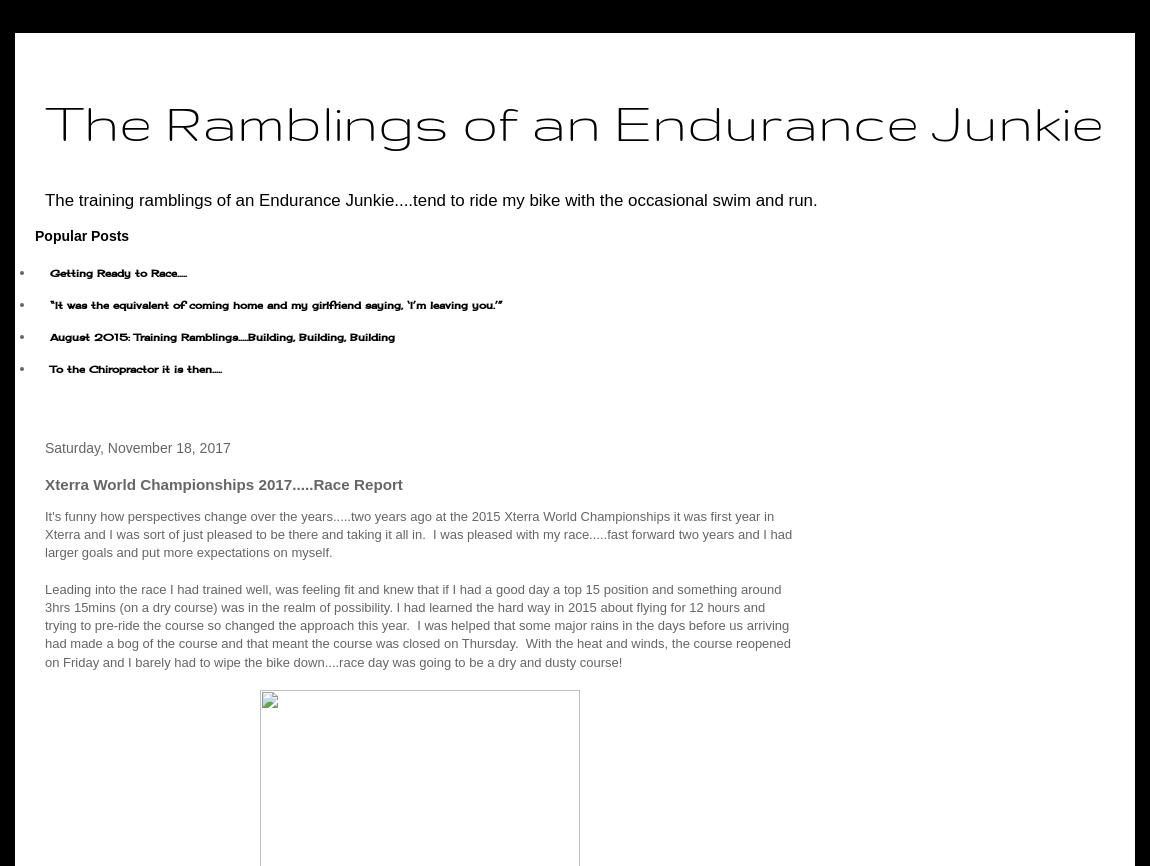 This screenshot has height=866, width=1150. Describe the element at coordinates (49, 368) in the screenshot. I see `'To the Chiropractor it is then.....'` at that location.